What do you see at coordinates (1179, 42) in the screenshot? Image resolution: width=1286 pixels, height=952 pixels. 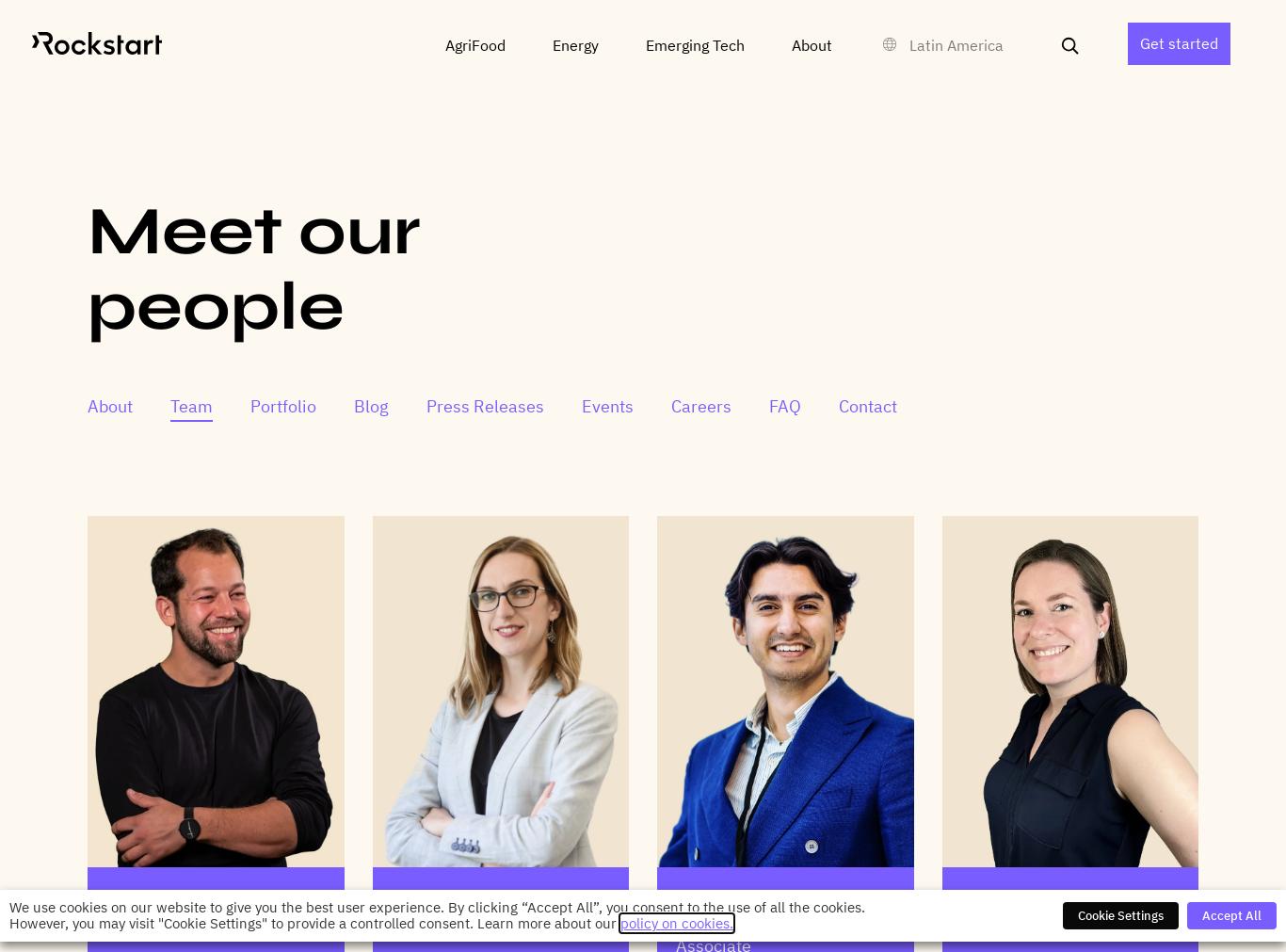 I see `'Get started'` at bounding box center [1179, 42].